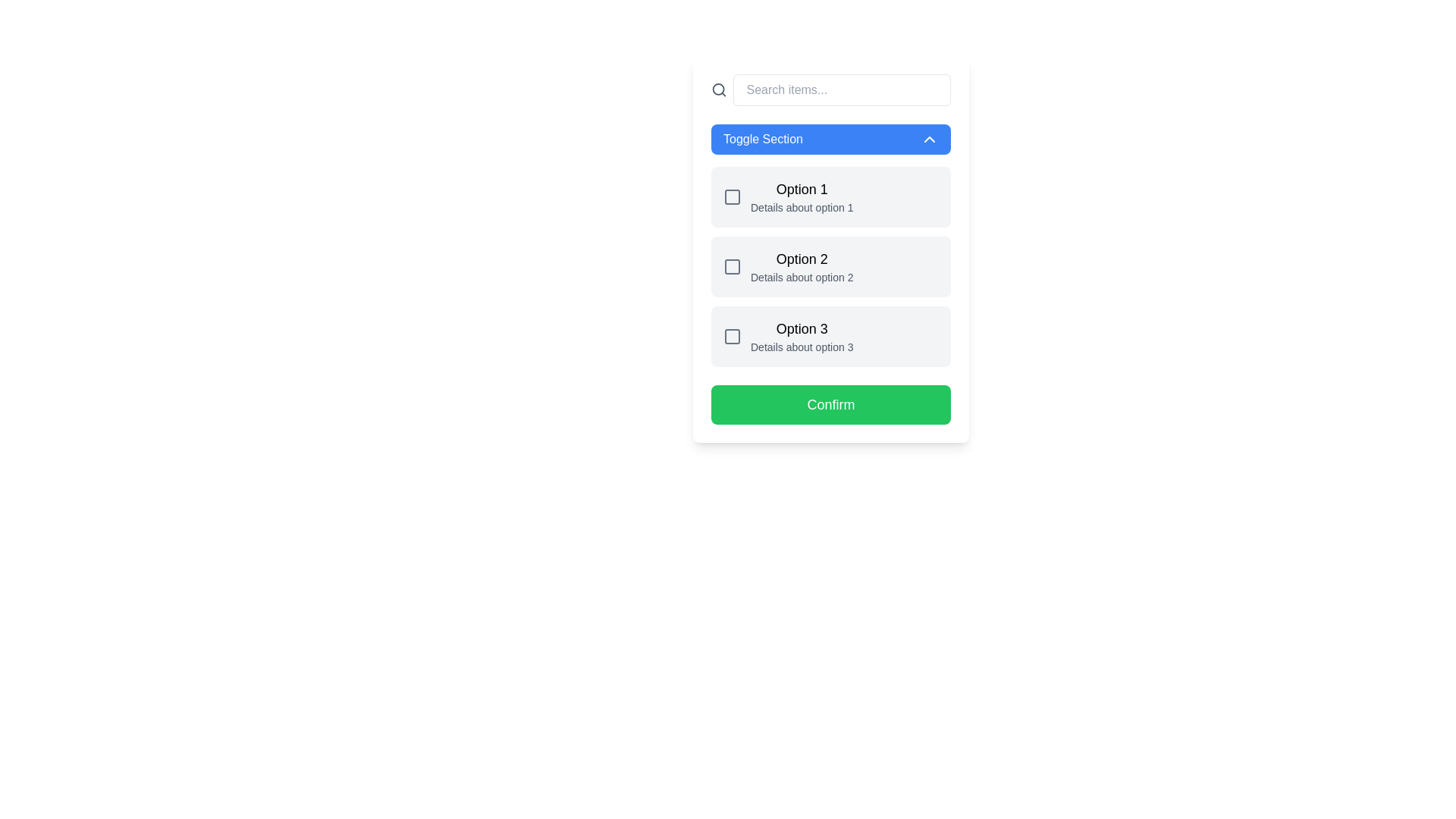 The width and height of the screenshot is (1456, 819). What do you see at coordinates (732, 196) in the screenshot?
I see `the first square checkbox icon with a gray border and hollow fill, located to the left of 'Option 1'` at bounding box center [732, 196].